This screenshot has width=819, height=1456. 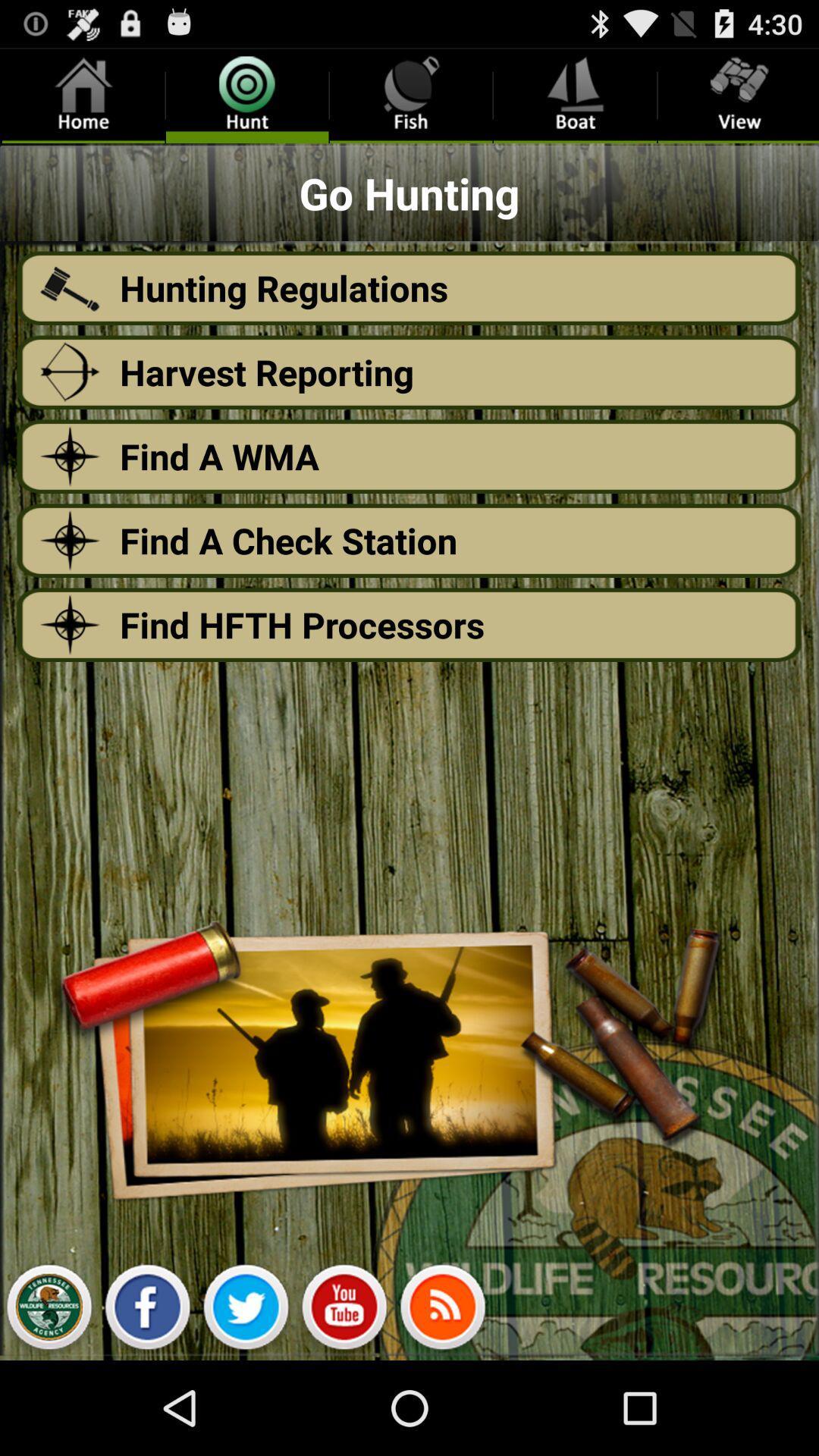 I want to click on through facebook login, so click(x=147, y=1310).